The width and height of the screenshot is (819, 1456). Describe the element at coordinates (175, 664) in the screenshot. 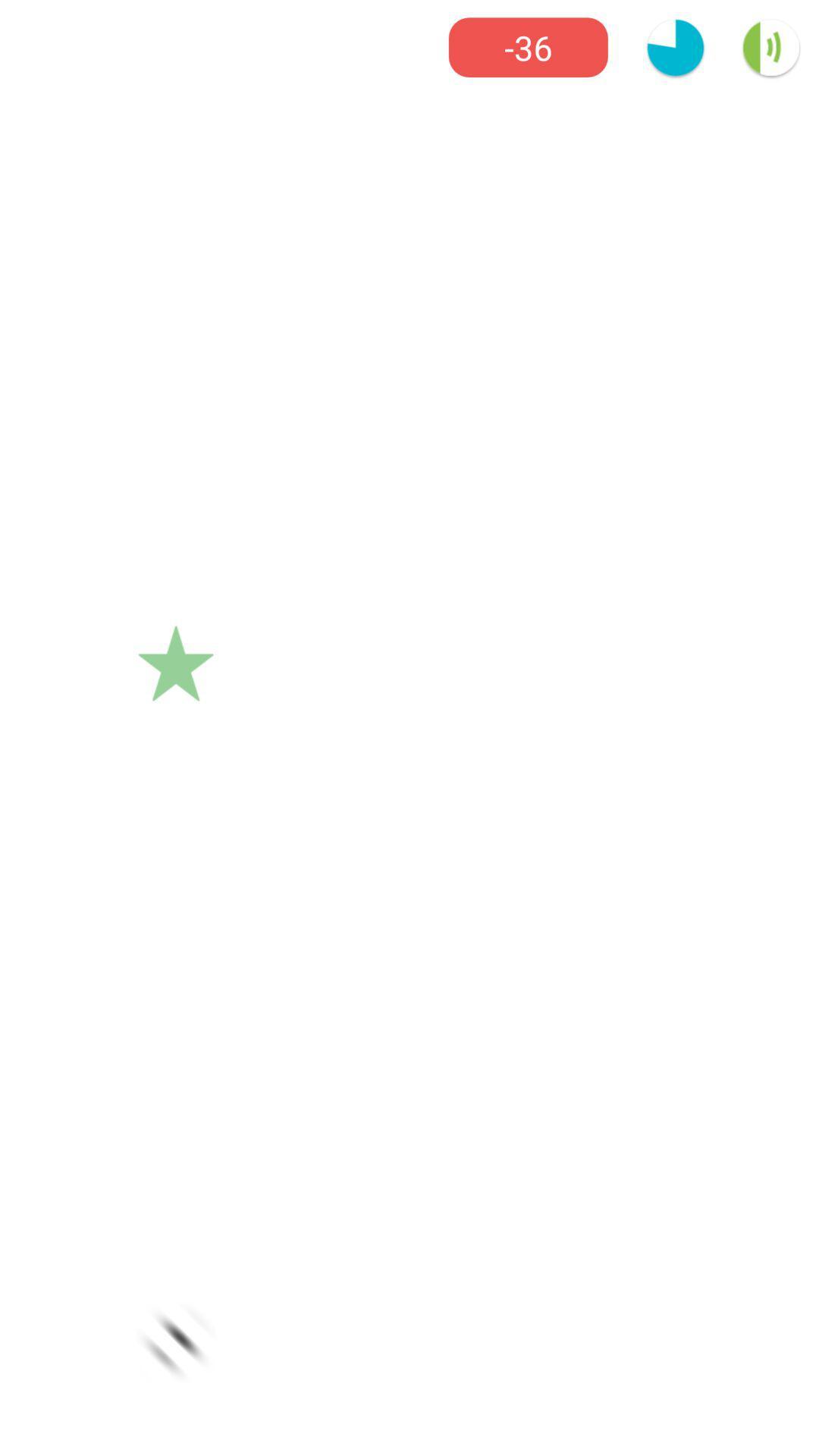

I see `the star icon` at that location.